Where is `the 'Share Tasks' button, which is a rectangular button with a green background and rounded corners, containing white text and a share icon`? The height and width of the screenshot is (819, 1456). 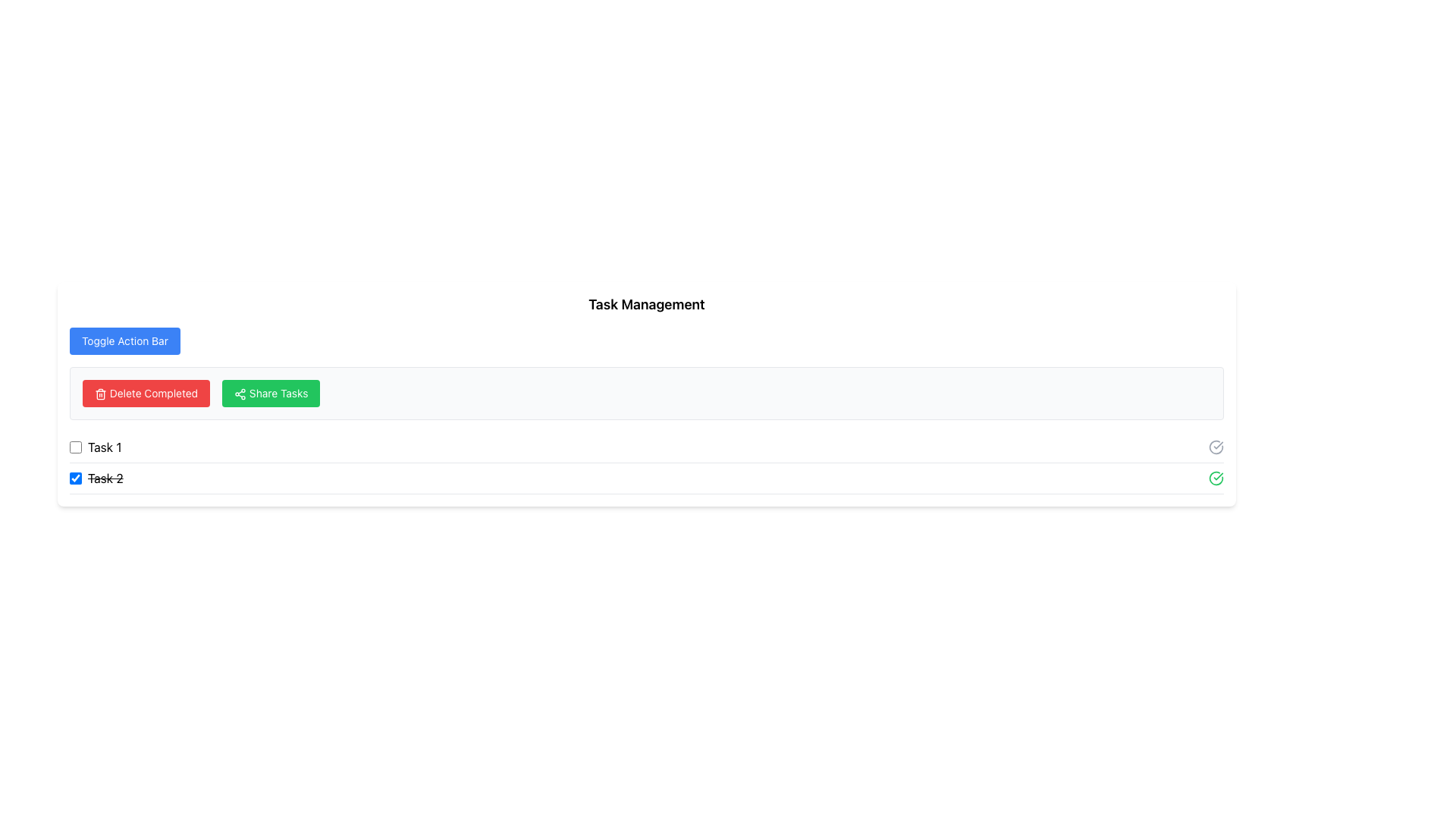
the 'Share Tasks' button, which is a rectangular button with a green background and rounded corners, containing white text and a share icon is located at coordinates (271, 393).